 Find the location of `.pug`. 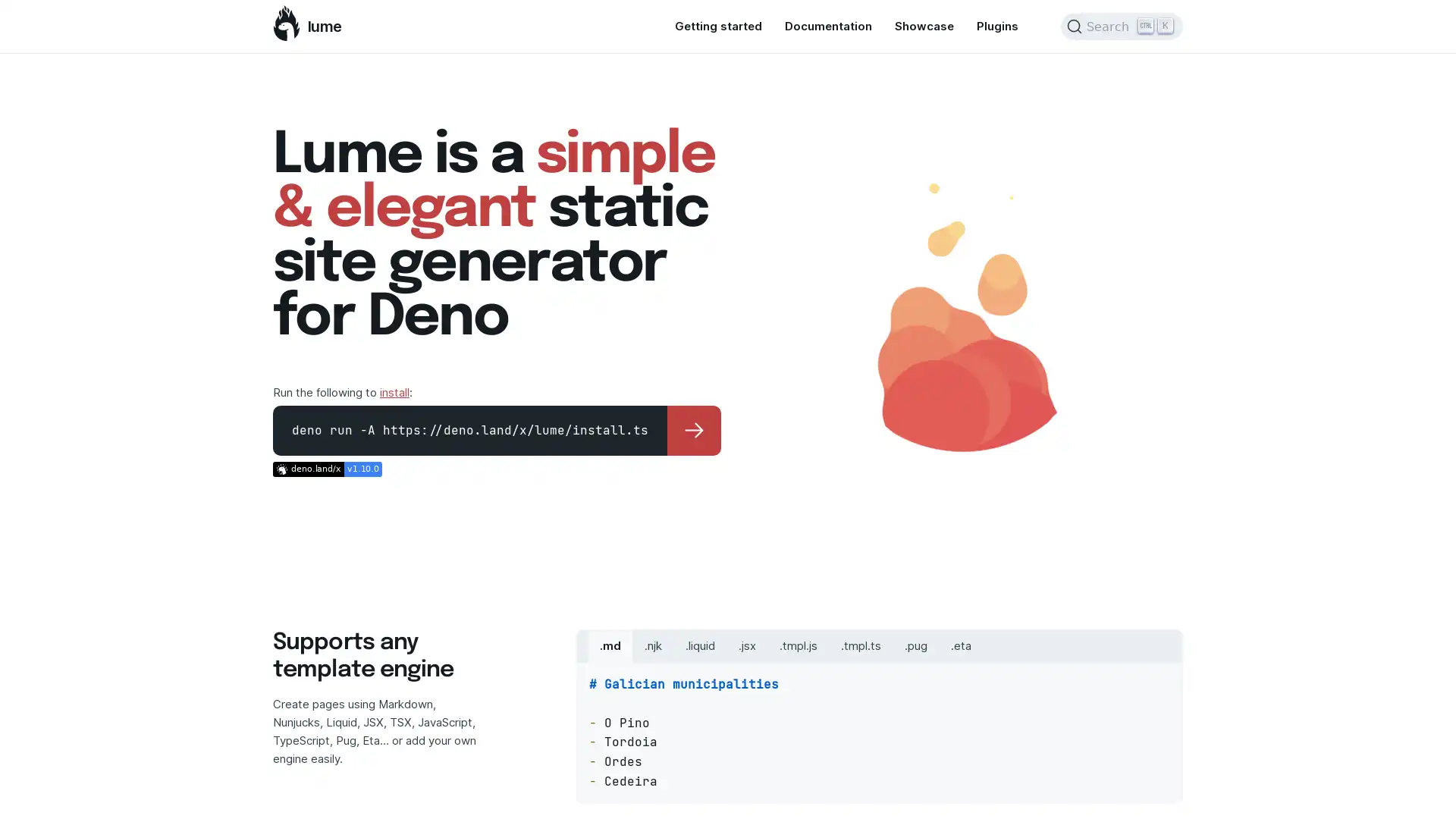

.pug is located at coordinates (915, 645).